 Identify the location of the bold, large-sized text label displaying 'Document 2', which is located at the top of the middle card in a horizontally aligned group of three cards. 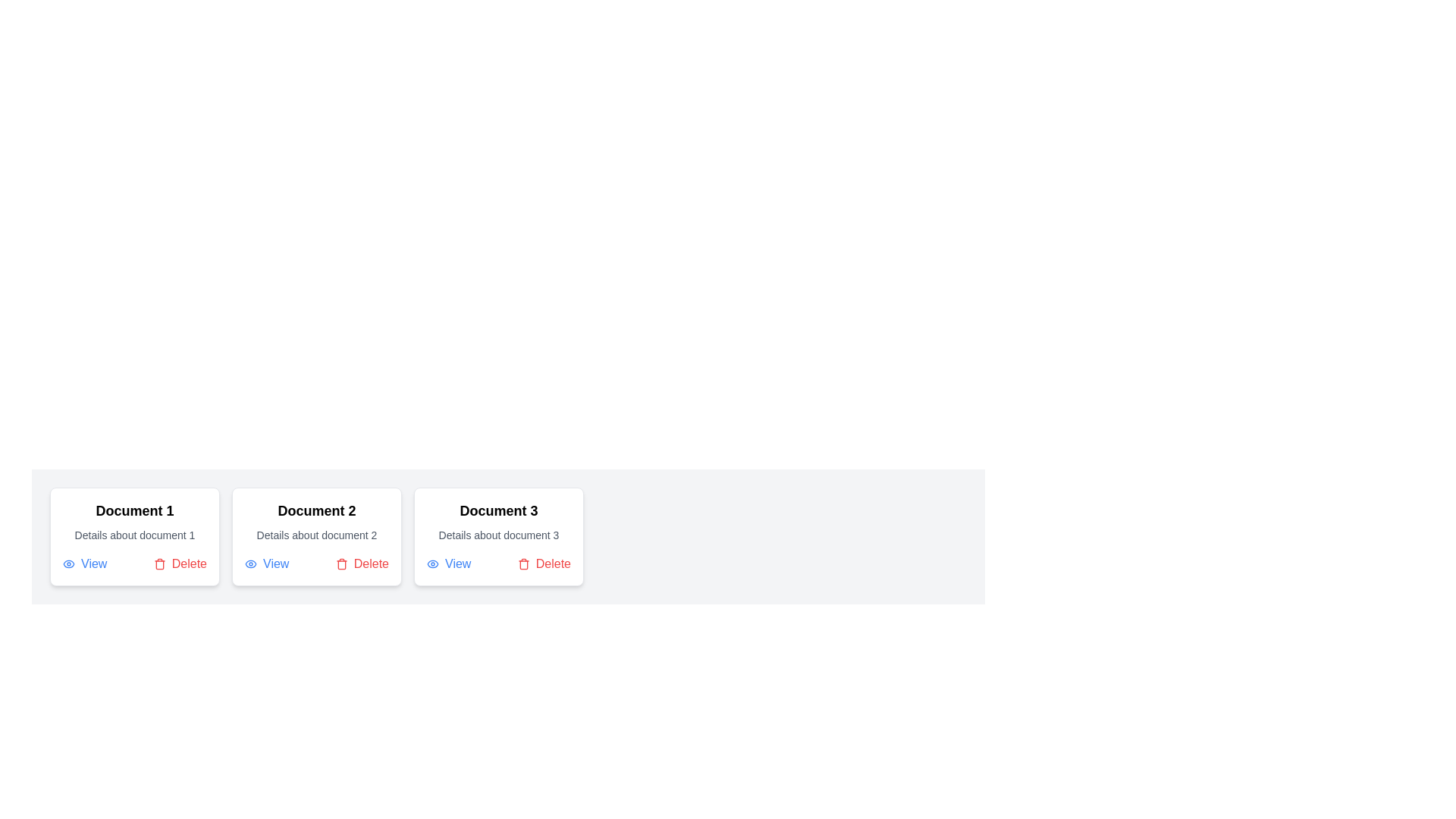
(315, 511).